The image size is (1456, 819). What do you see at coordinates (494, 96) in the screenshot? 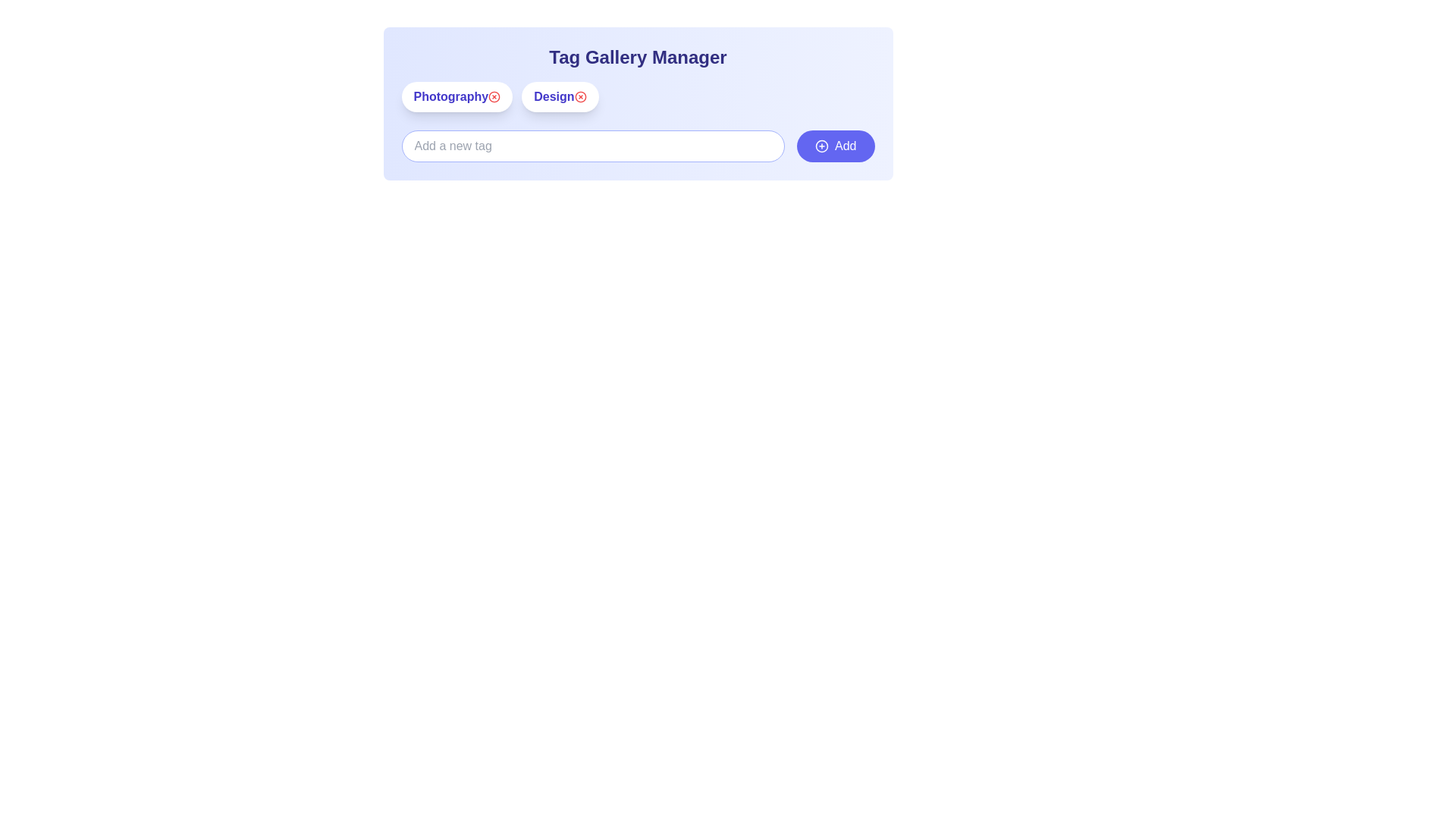
I see `the delete button located to the right of the 'Photography' label` at bounding box center [494, 96].